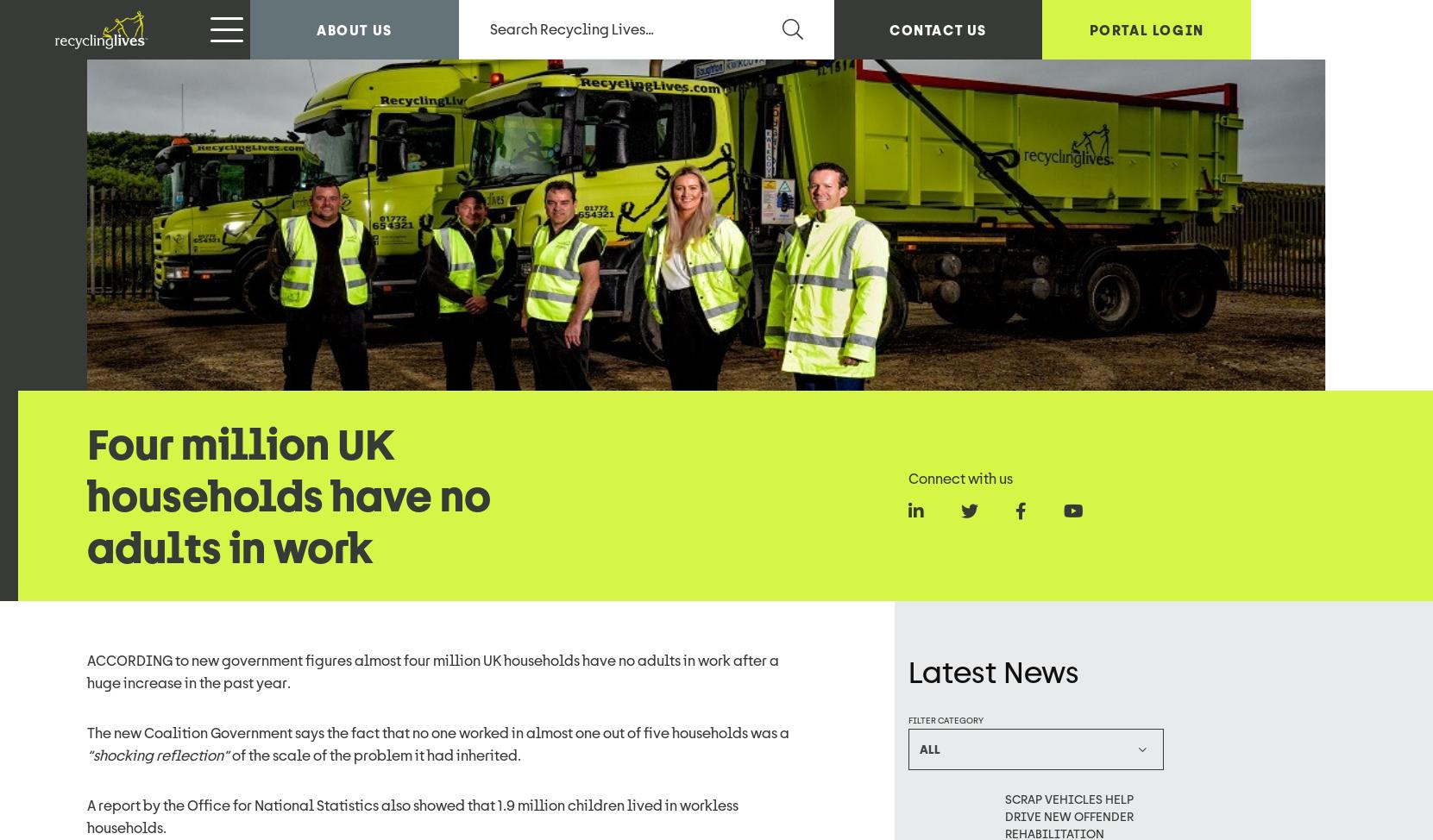 The height and width of the screenshot is (840, 1433). Describe the element at coordinates (86, 164) in the screenshot. I see `'The North East has the highest percentage of workless households at one in four, followed by inner London and Wales at 22.9%. The South East has the lowest number of homes where no-one works at 14.2%.'` at that location.